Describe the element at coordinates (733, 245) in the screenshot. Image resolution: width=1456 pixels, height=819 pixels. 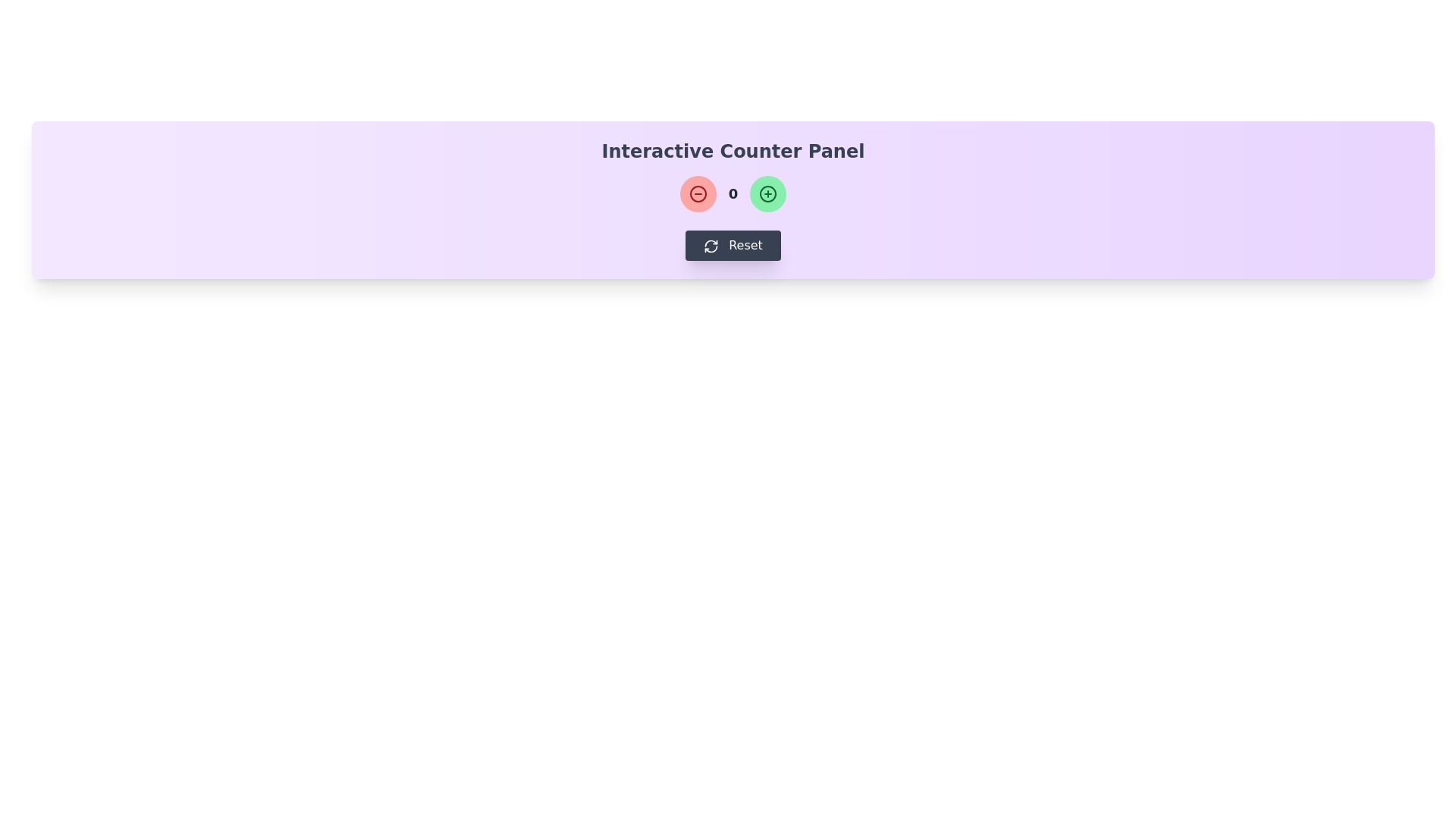
I see `the 'Reset' button, which is a rectangular button with rounded corners, dark grey background, white text, and a refresh-style circular arrow icon, located in the center of the panel below the '+' / '-' buttons` at that location.